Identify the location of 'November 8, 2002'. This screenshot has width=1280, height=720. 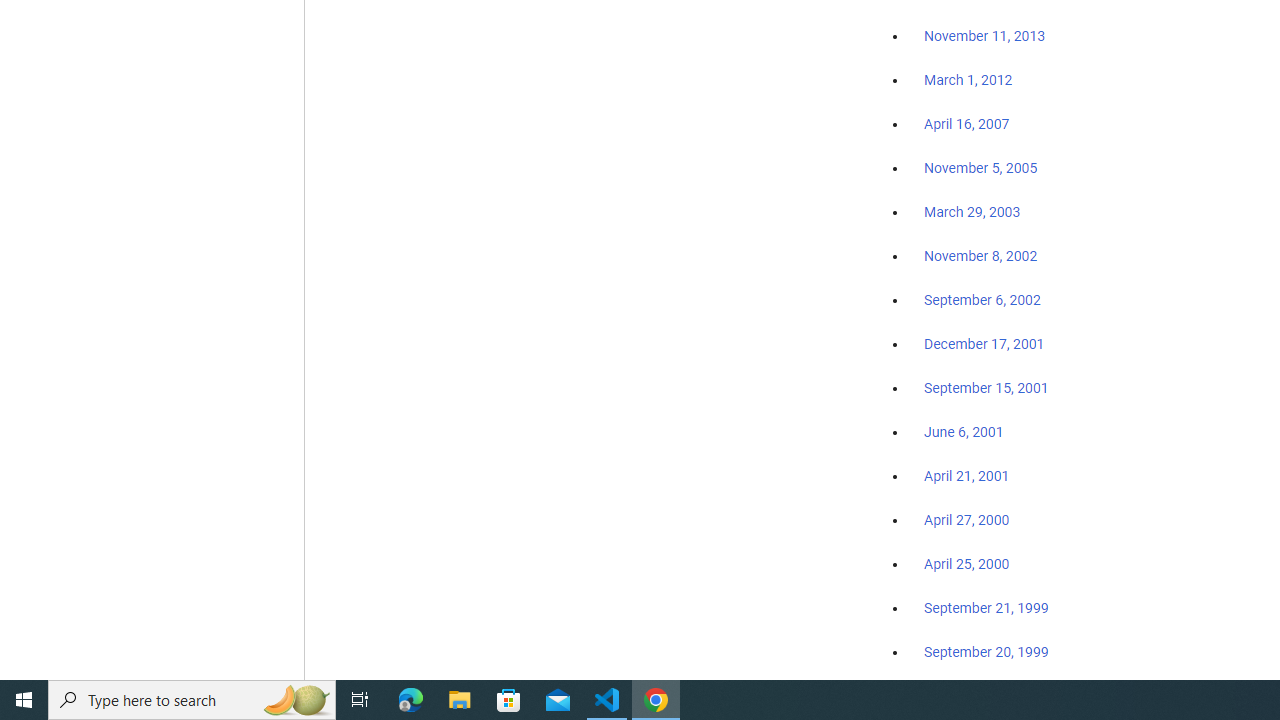
(981, 255).